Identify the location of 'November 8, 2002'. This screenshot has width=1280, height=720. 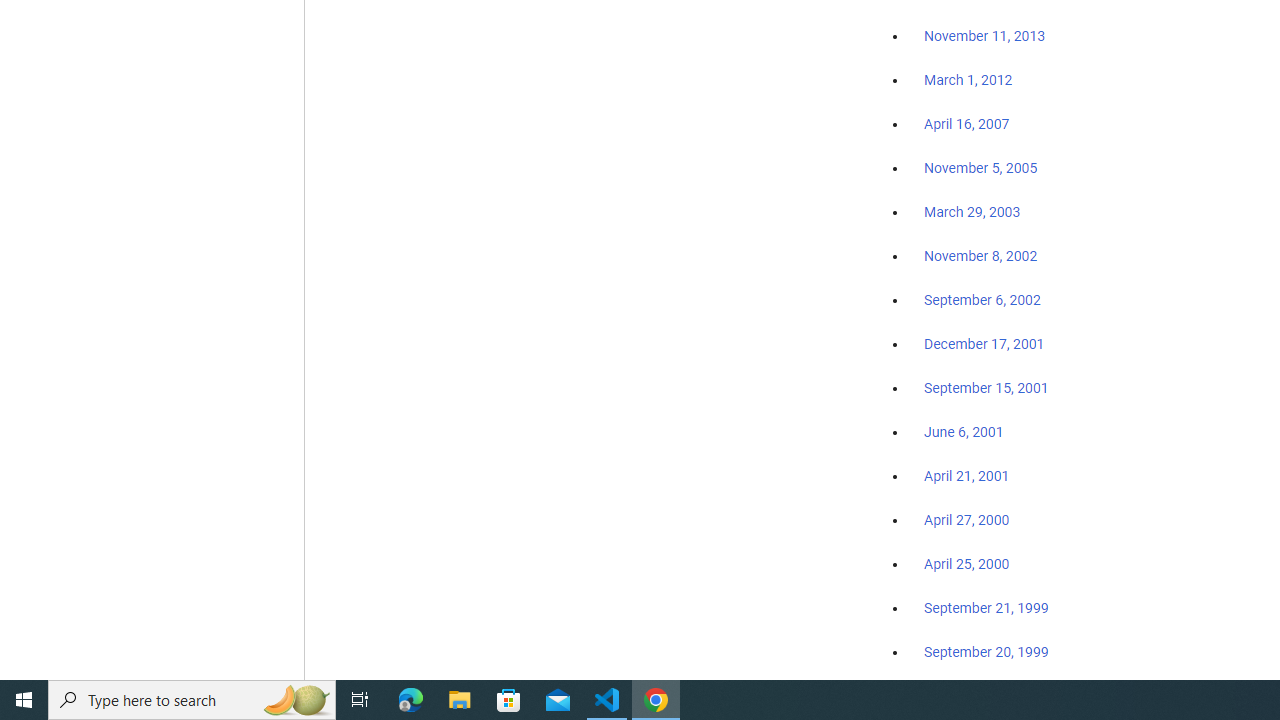
(981, 255).